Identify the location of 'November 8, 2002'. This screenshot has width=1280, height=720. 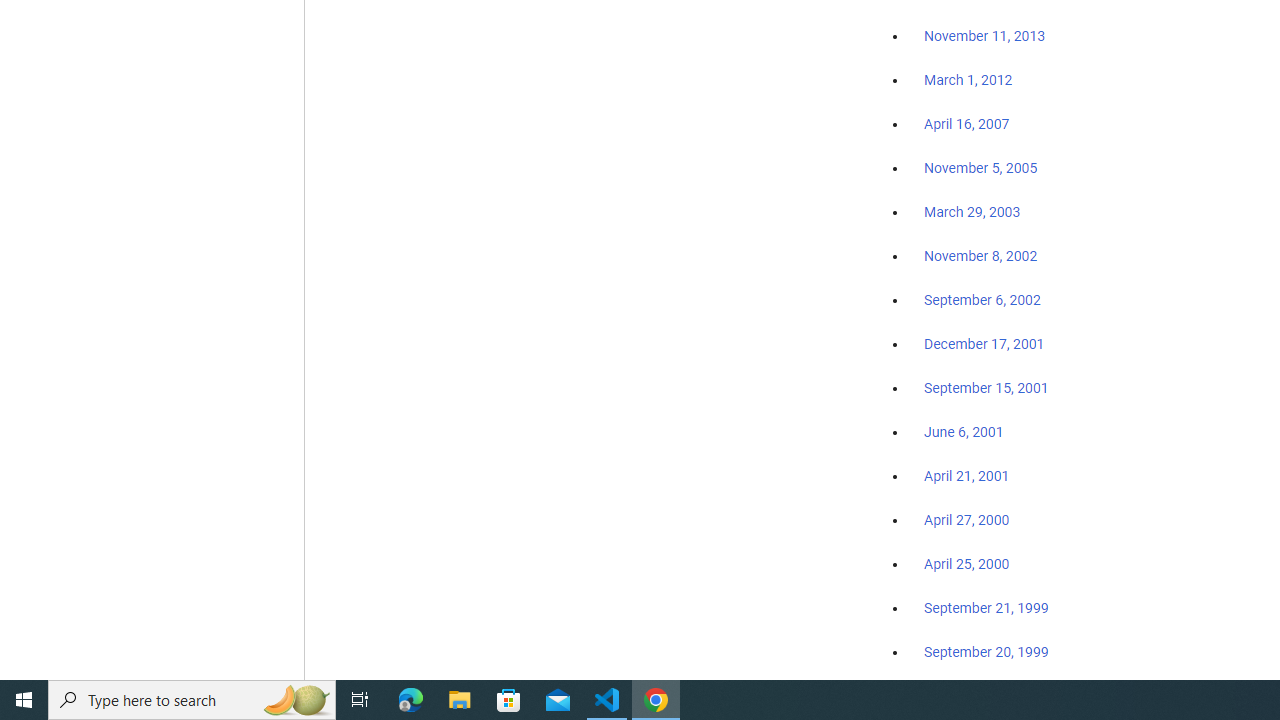
(981, 255).